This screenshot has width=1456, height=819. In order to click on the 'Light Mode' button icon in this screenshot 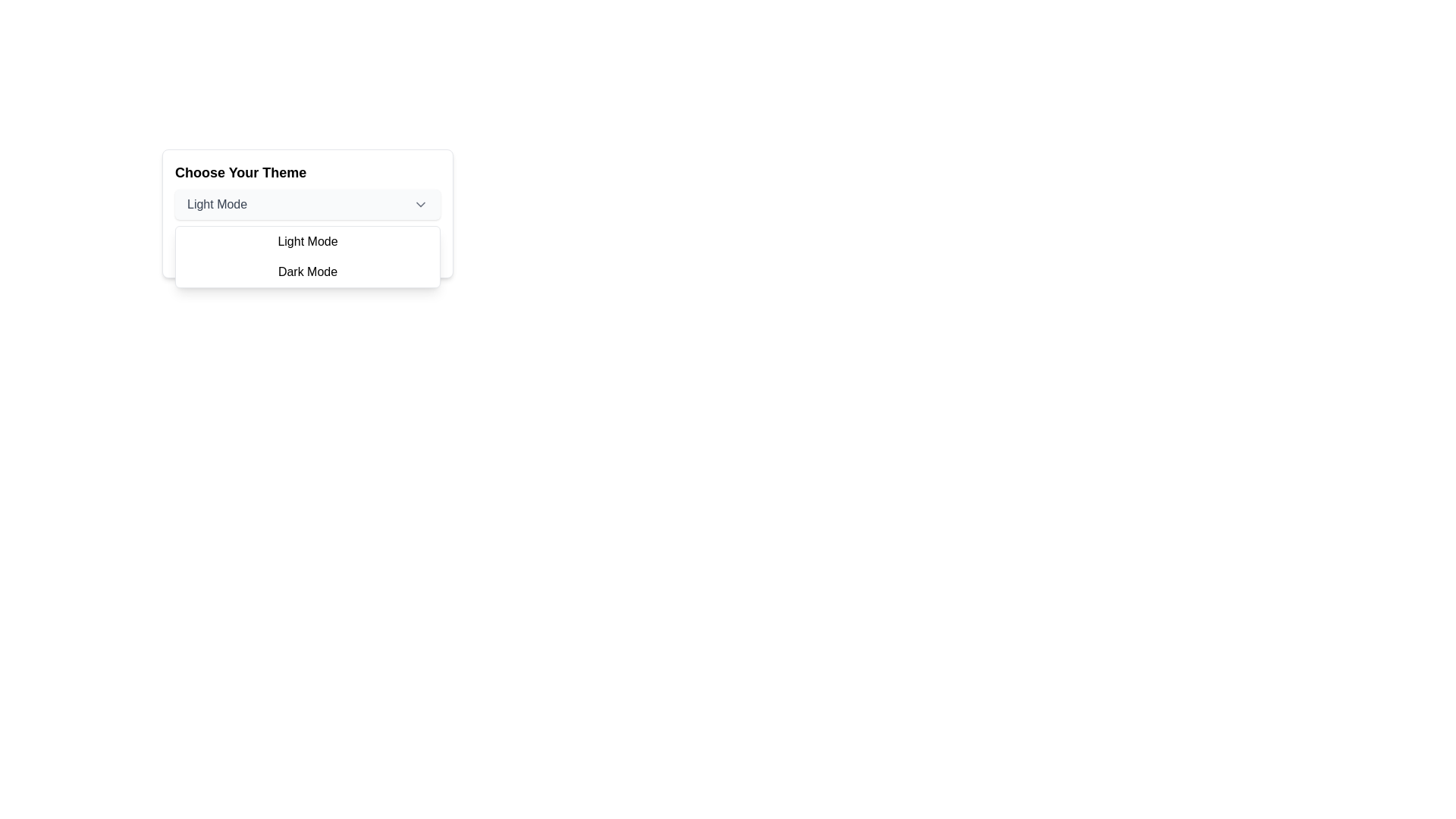, I will do `click(421, 205)`.